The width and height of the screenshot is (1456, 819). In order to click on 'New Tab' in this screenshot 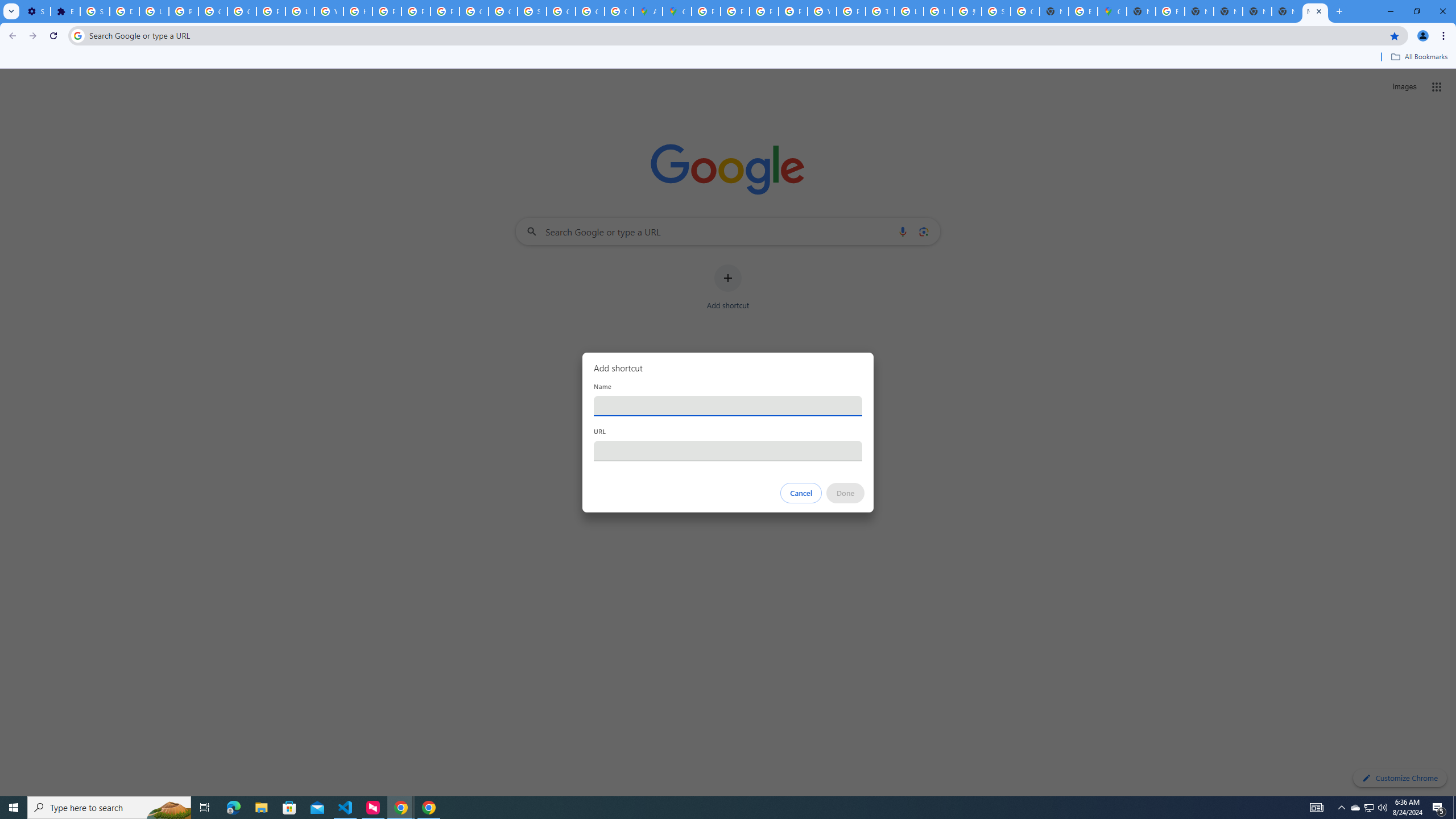, I will do `click(1314, 11)`.